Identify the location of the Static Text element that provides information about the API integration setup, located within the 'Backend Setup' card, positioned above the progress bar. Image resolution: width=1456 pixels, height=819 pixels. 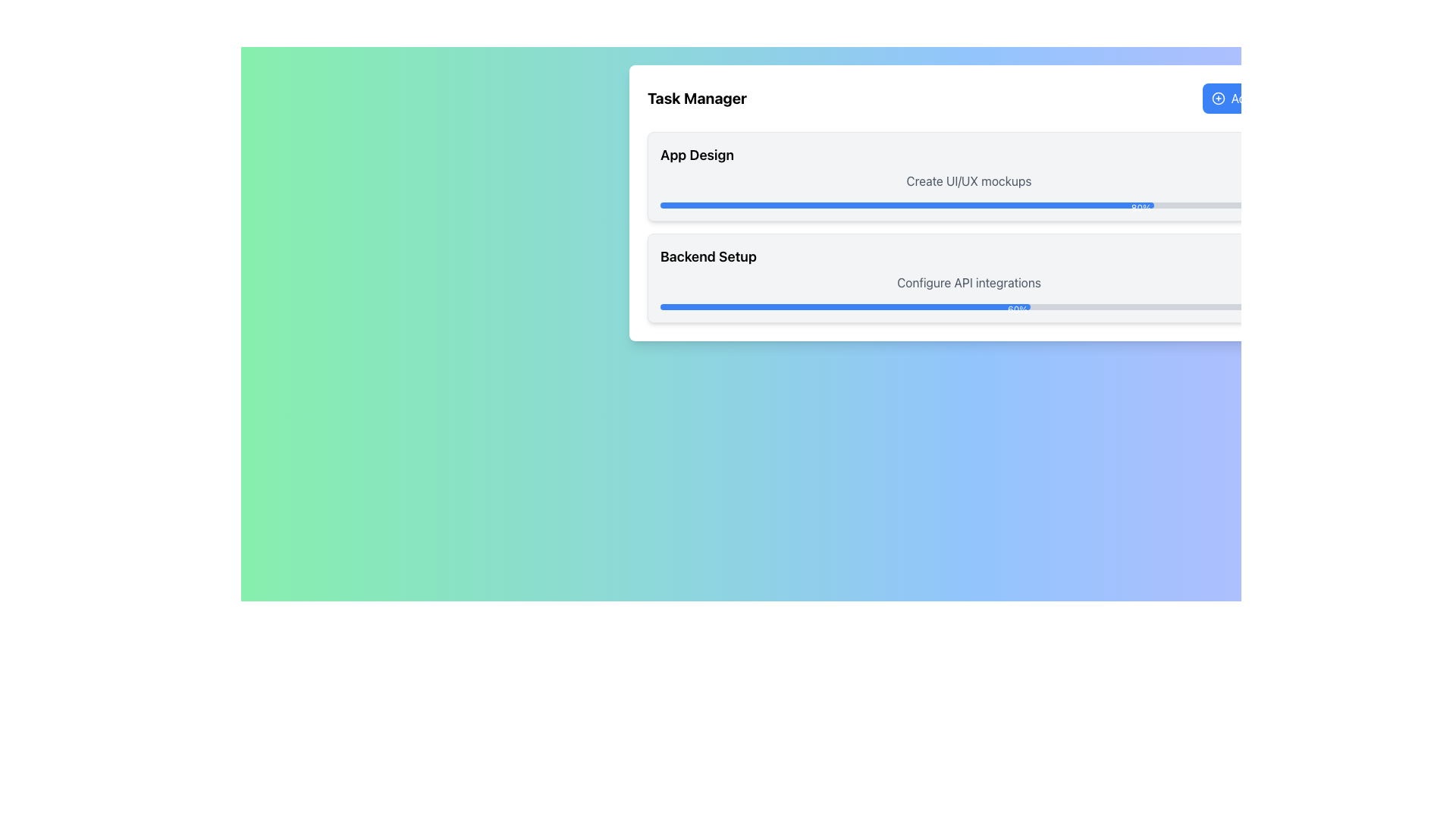
(968, 283).